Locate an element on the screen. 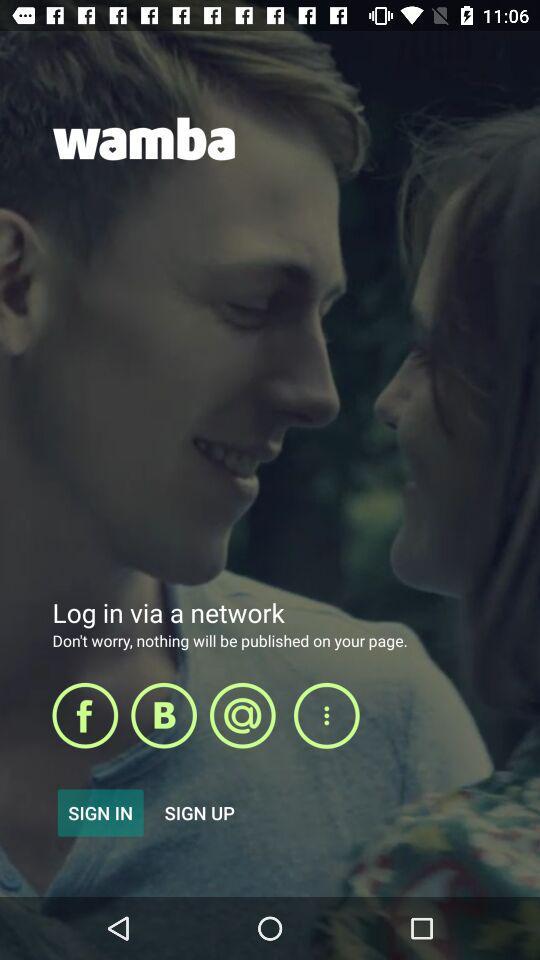 The width and height of the screenshot is (540, 960). click the app icon is located at coordinates (163, 715).